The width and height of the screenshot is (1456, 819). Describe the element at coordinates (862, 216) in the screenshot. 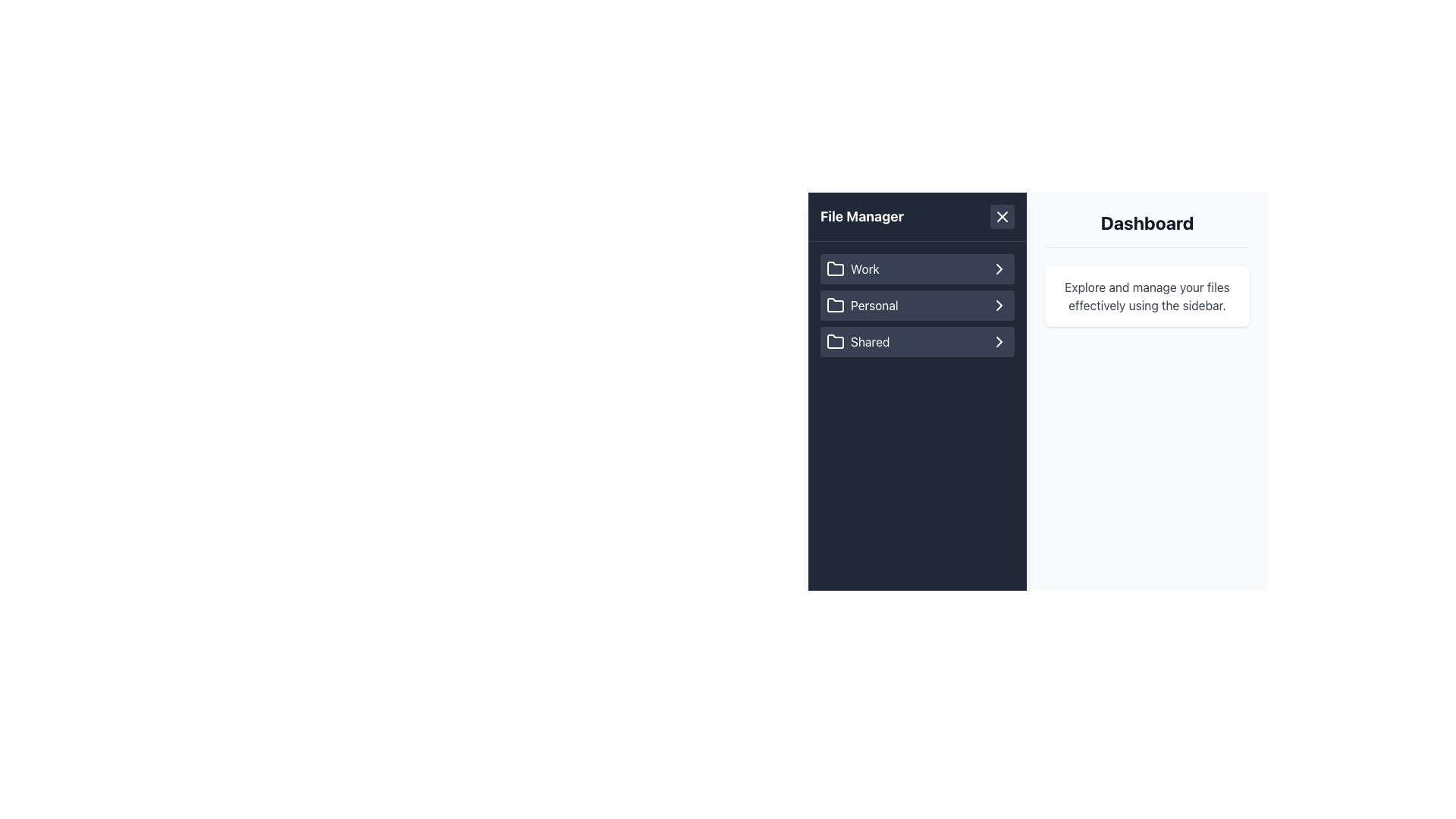

I see `text from the File Manager title label located at the top-left corner of the sidebar in the application` at that location.